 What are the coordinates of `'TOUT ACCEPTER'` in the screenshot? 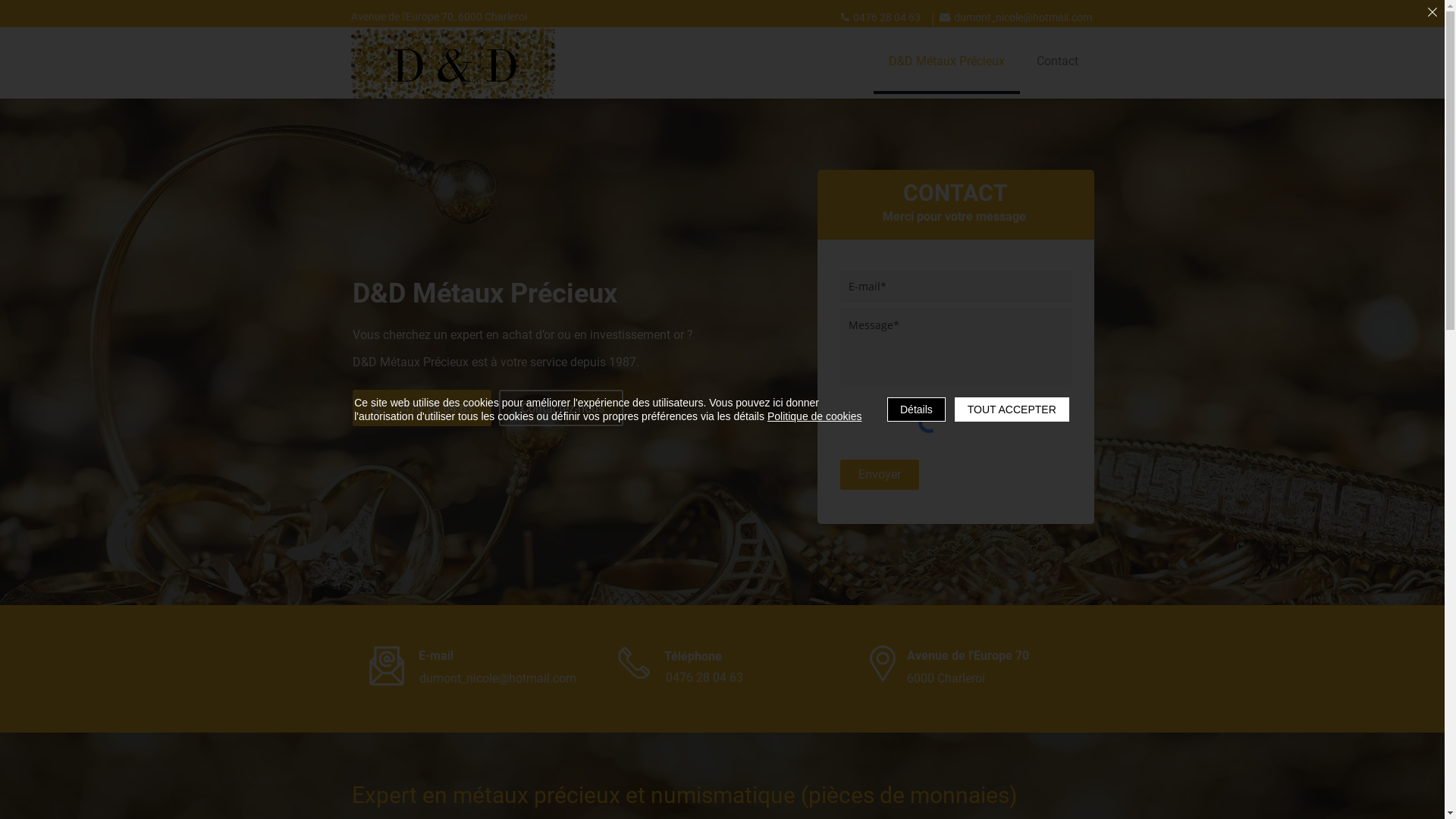 It's located at (1012, 409).